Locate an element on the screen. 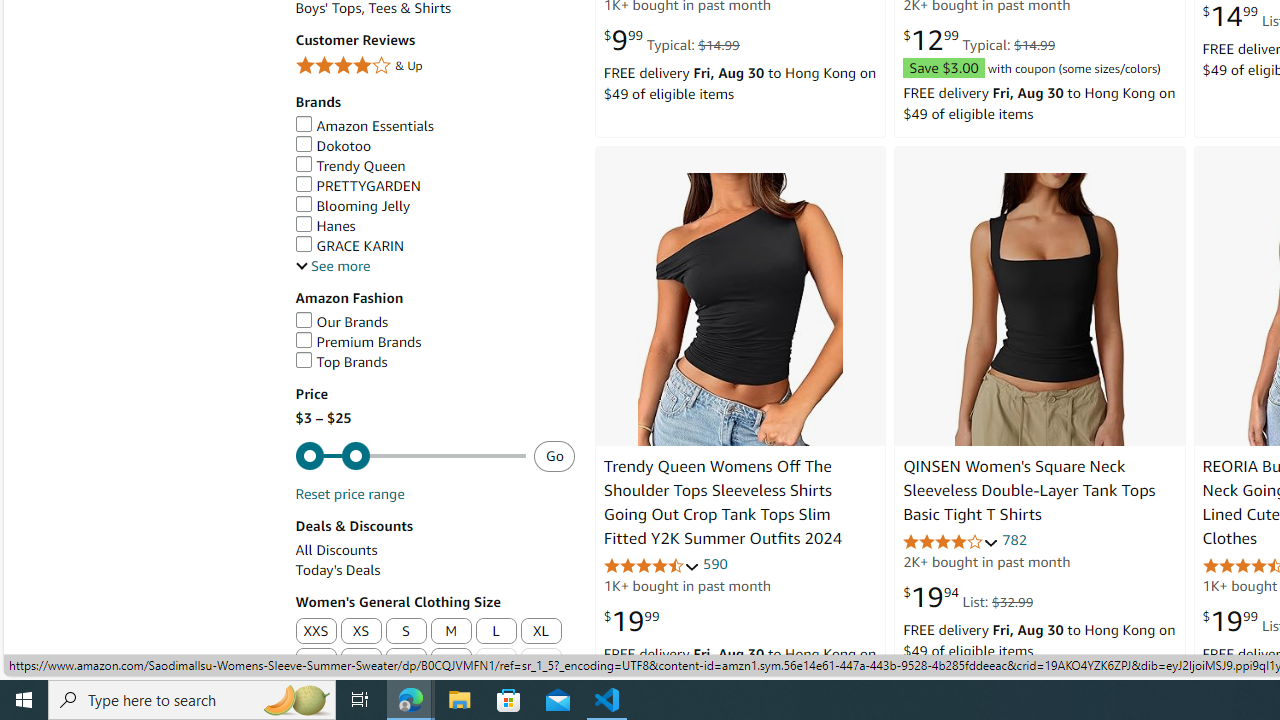  'S' is located at coordinates (405, 631).